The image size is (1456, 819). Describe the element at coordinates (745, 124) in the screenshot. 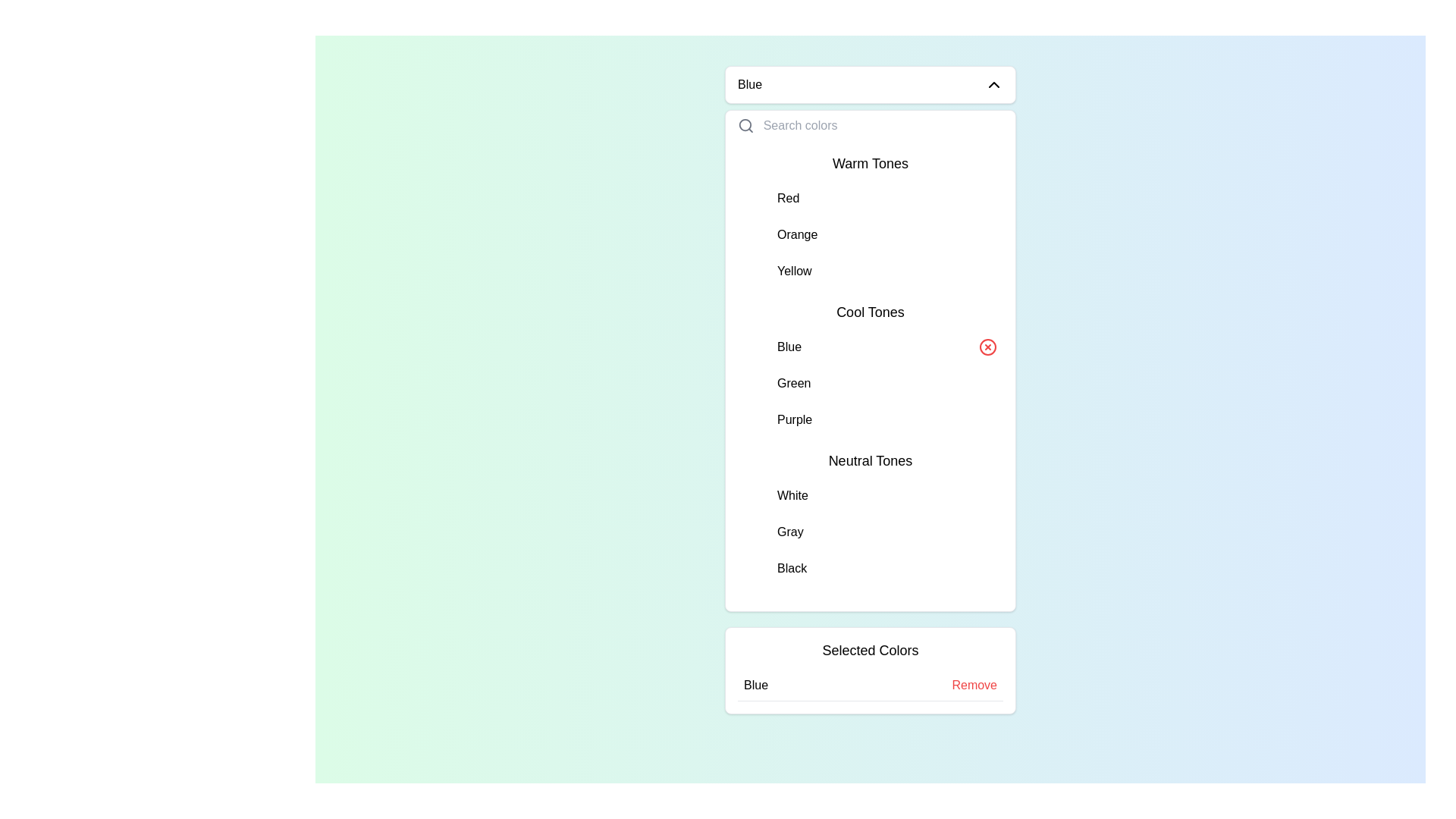

I see `the search icon located to the left of the 'Search colors' input field in the dropdown panel` at that location.